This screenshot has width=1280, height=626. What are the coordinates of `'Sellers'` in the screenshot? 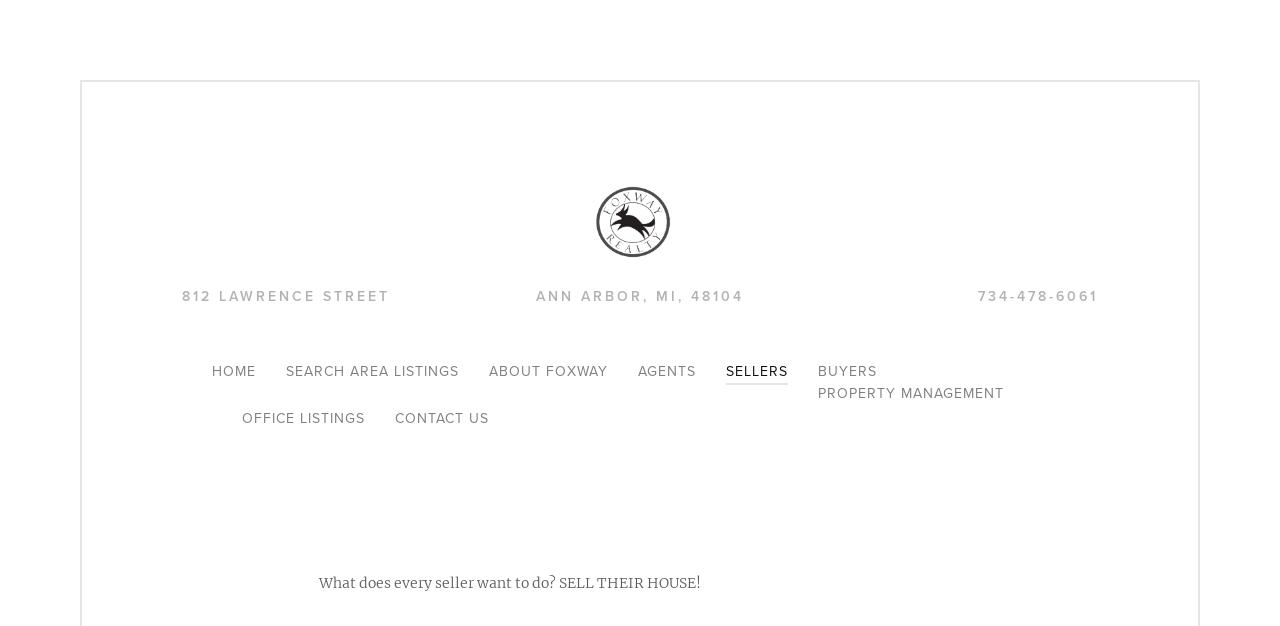 It's located at (755, 371).